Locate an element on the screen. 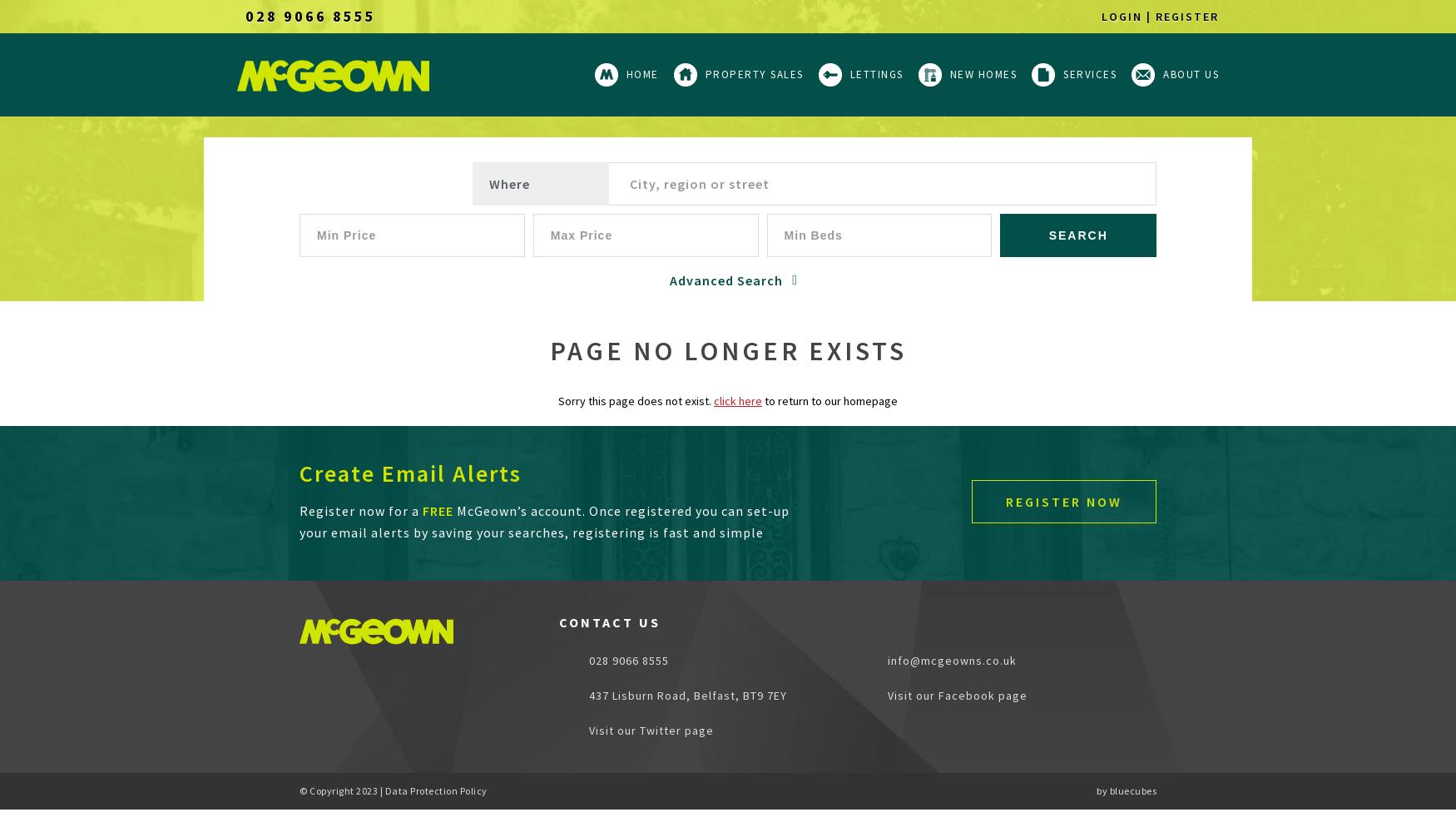 The height and width of the screenshot is (832, 1456). 'McGeown’s account. Once registered you can set-up your email alerts by saving your searches, registering is fast and simple' is located at coordinates (543, 522).